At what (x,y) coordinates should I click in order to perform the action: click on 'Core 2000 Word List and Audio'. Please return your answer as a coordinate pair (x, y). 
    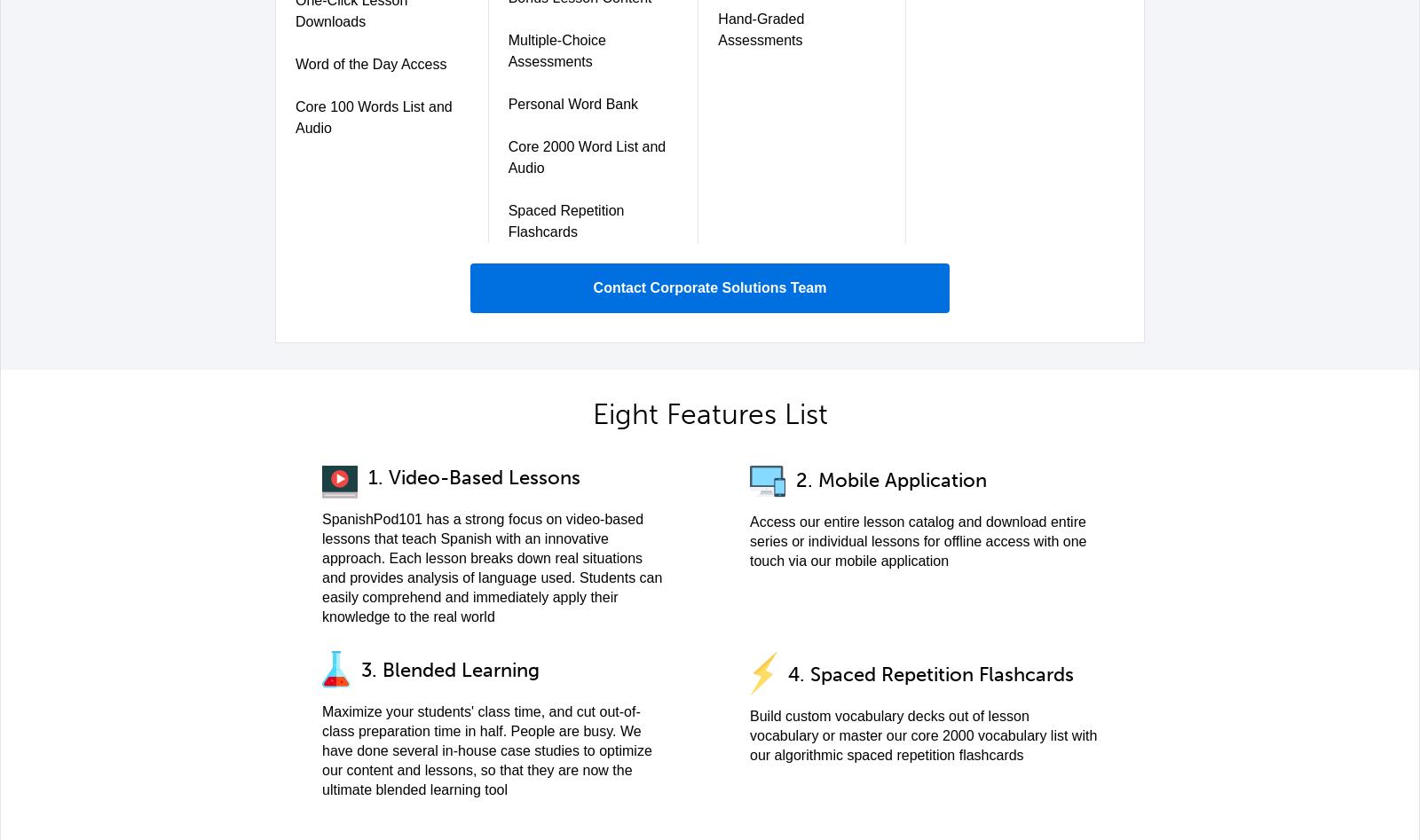
    Looking at the image, I should click on (507, 156).